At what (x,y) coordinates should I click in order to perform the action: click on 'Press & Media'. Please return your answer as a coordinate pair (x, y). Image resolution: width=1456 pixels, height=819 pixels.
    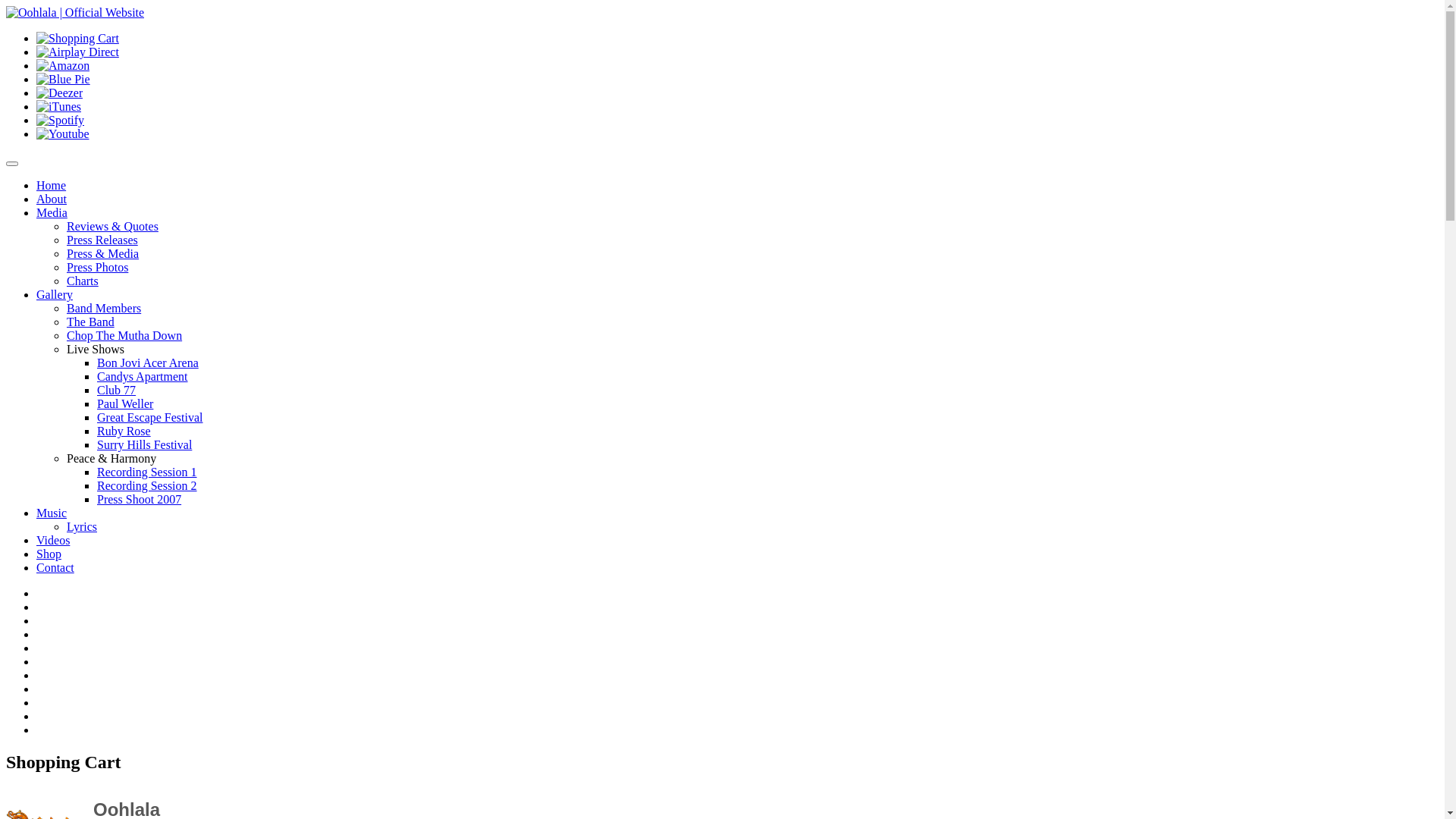
    Looking at the image, I should click on (102, 253).